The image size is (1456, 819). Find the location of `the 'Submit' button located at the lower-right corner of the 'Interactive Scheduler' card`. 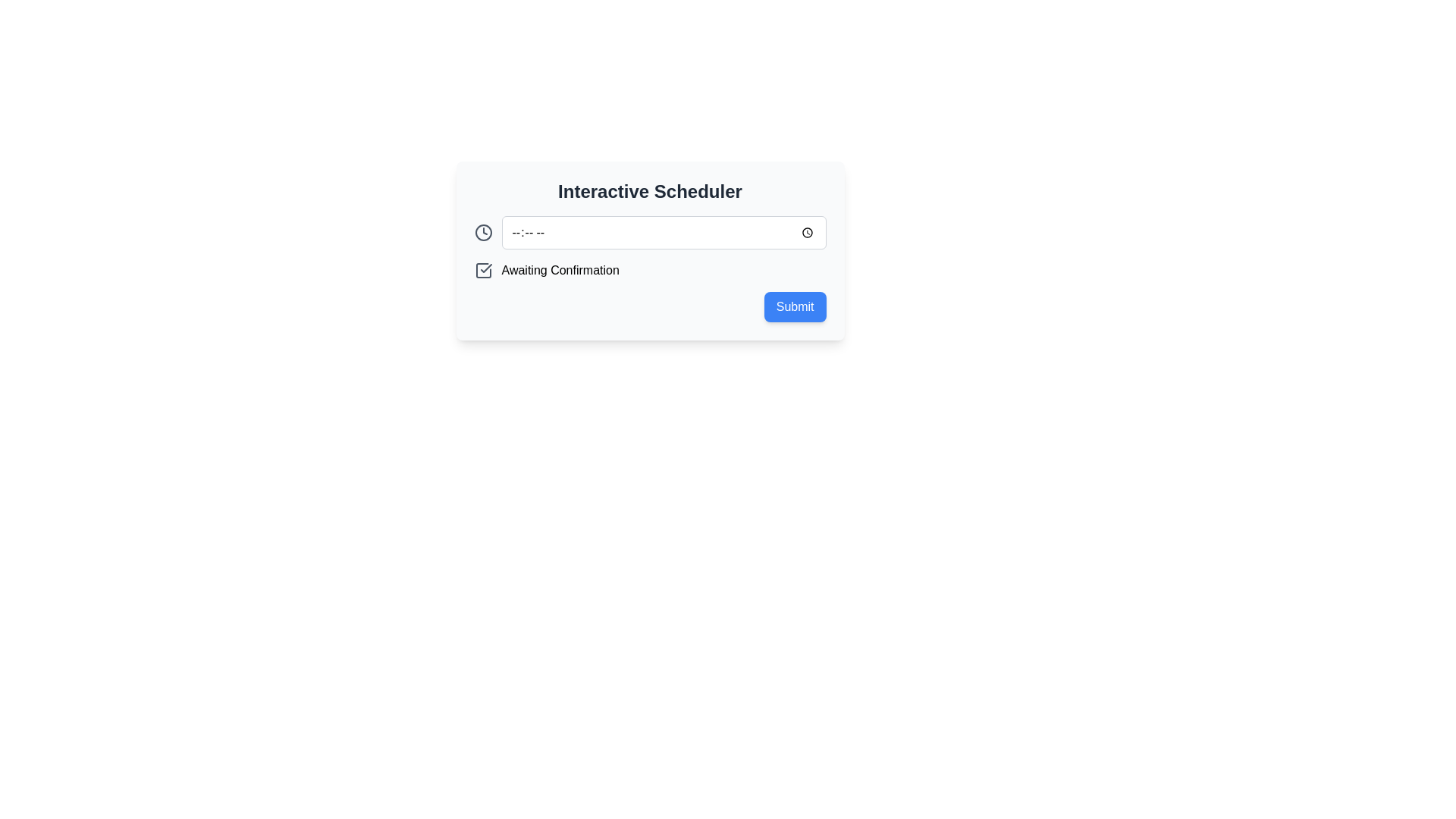

the 'Submit' button located at the lower-right corner of the 'Interactive Scheduler' card is located at coordinates (794, 307).